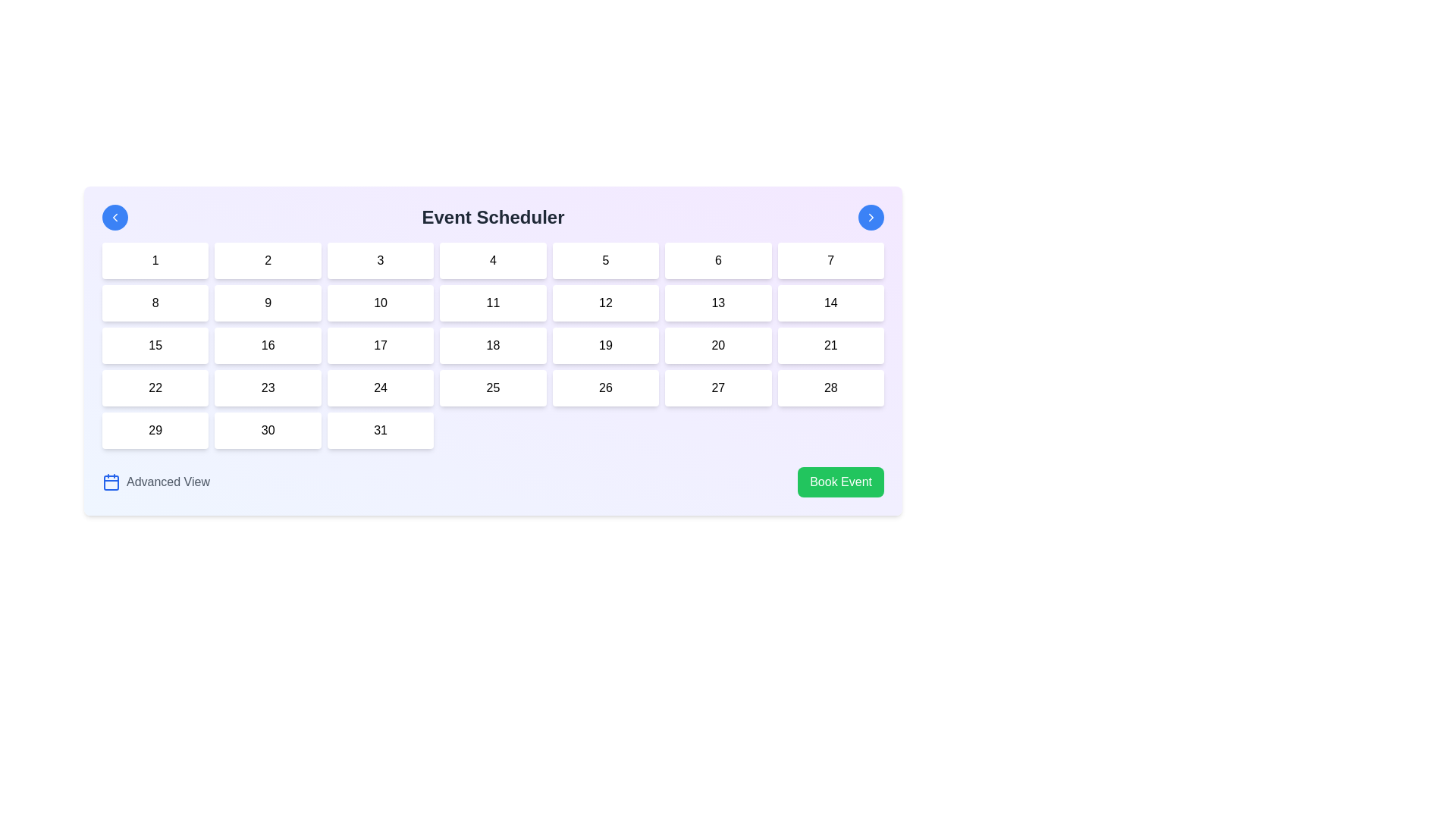 The height and width of the screenshot is (819, 1456). I want to click on the chevron arrow inside the circular blue button located at the top-right corner of the interface, so click(871, 217).